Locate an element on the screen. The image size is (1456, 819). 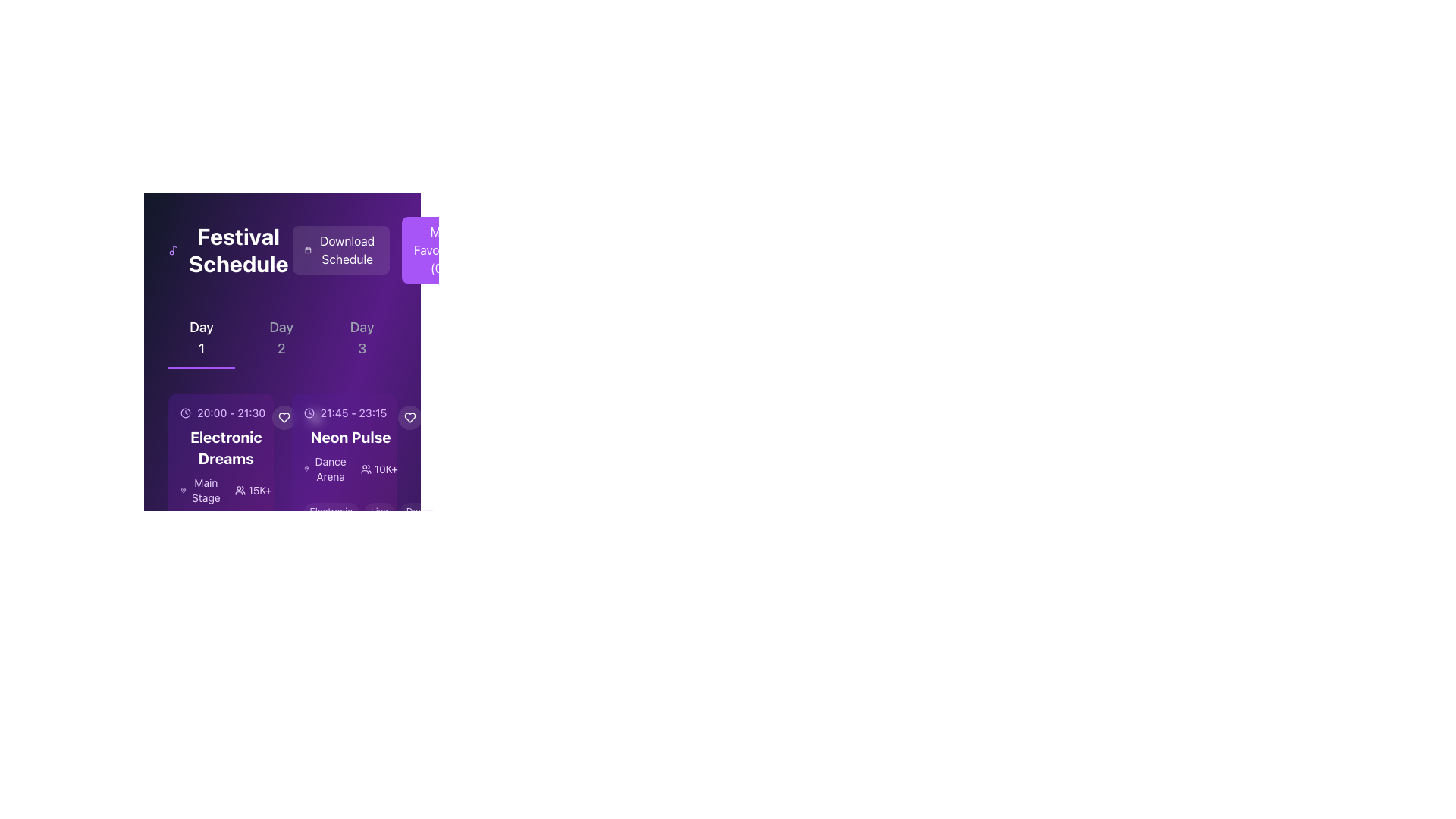
the graphical indicator icon associated with the 'Dance Arena' label in the second event card ('Neon Pulse') in the schedule view is located at coordinates (306, 468).